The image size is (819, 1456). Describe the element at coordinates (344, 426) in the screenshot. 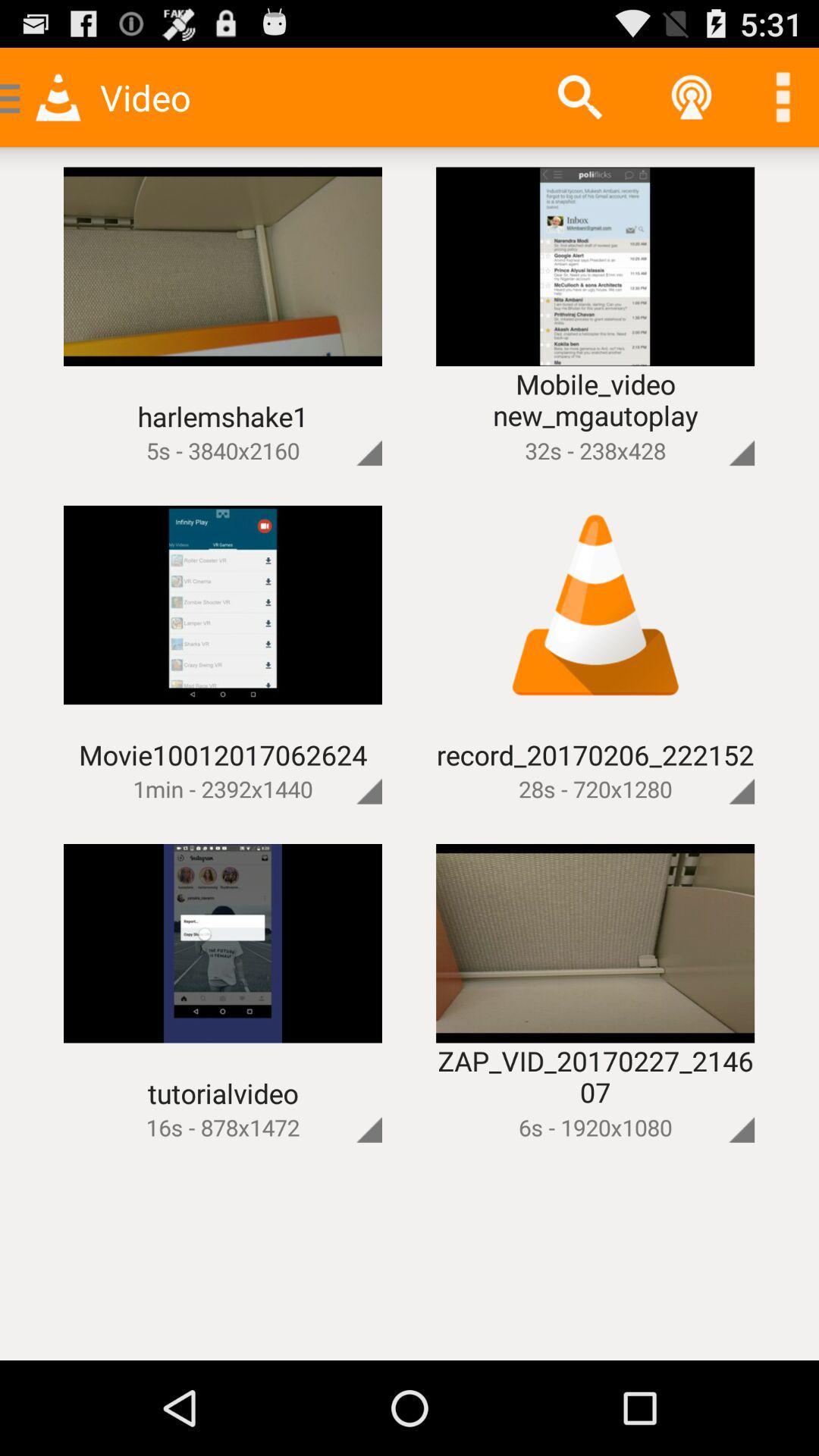

I see `open action menu` at that location.